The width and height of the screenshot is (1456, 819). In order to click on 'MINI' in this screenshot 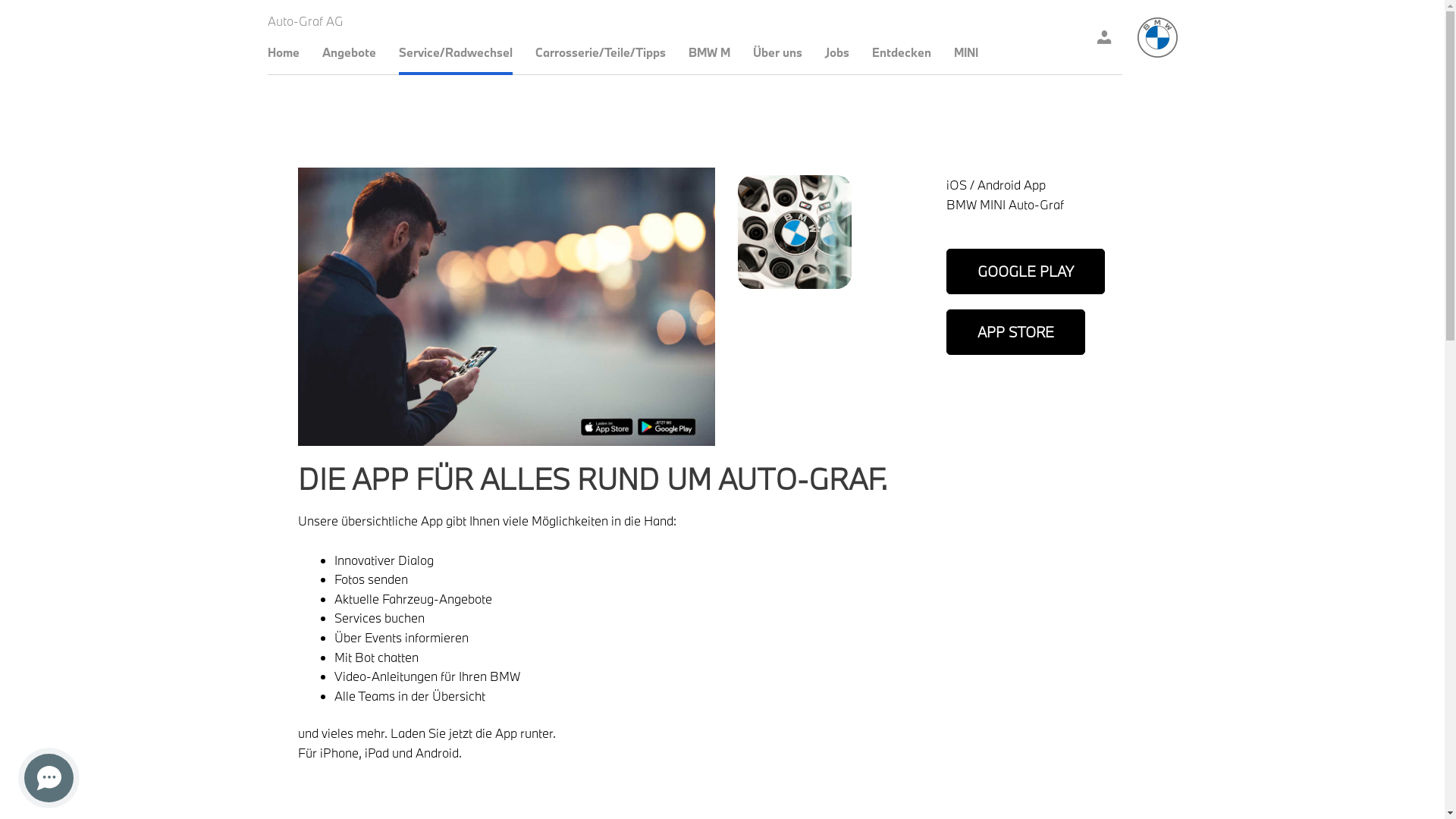, I will do `click(965, 51)`.